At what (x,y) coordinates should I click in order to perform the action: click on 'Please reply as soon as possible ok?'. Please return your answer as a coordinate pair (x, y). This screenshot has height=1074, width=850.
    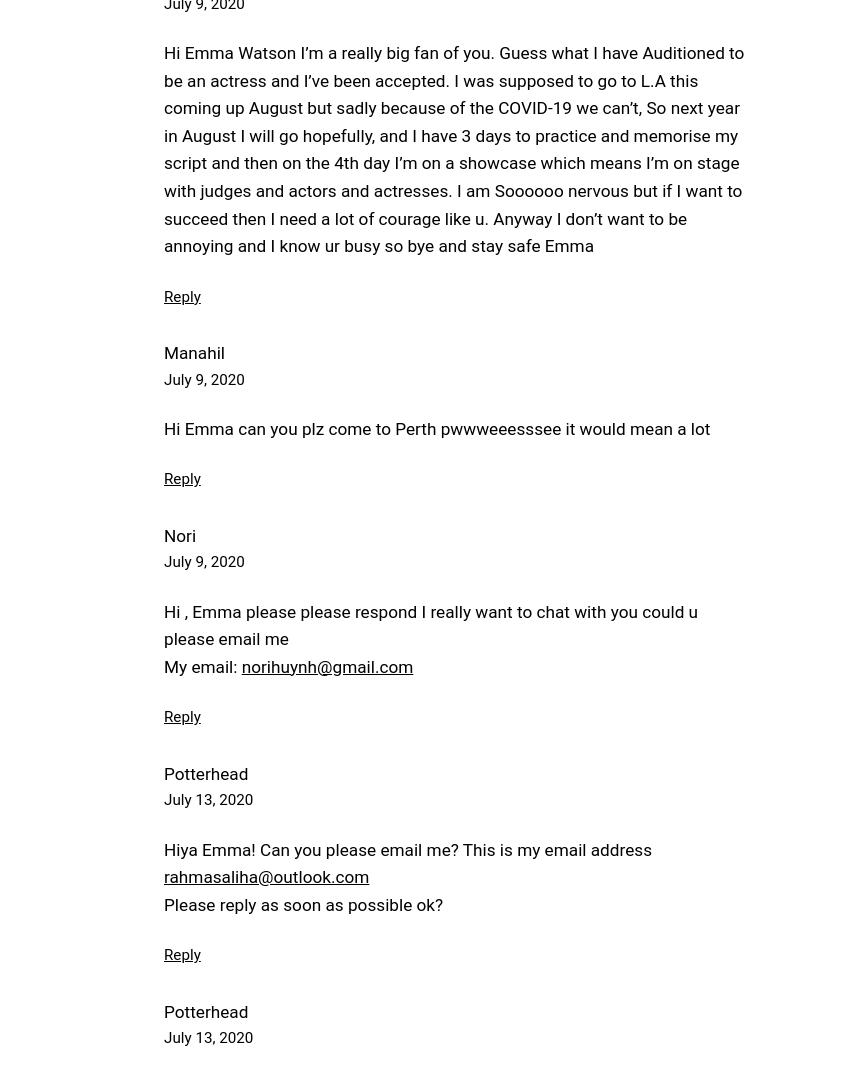
    Looking at the image, I should click on (303, 902).